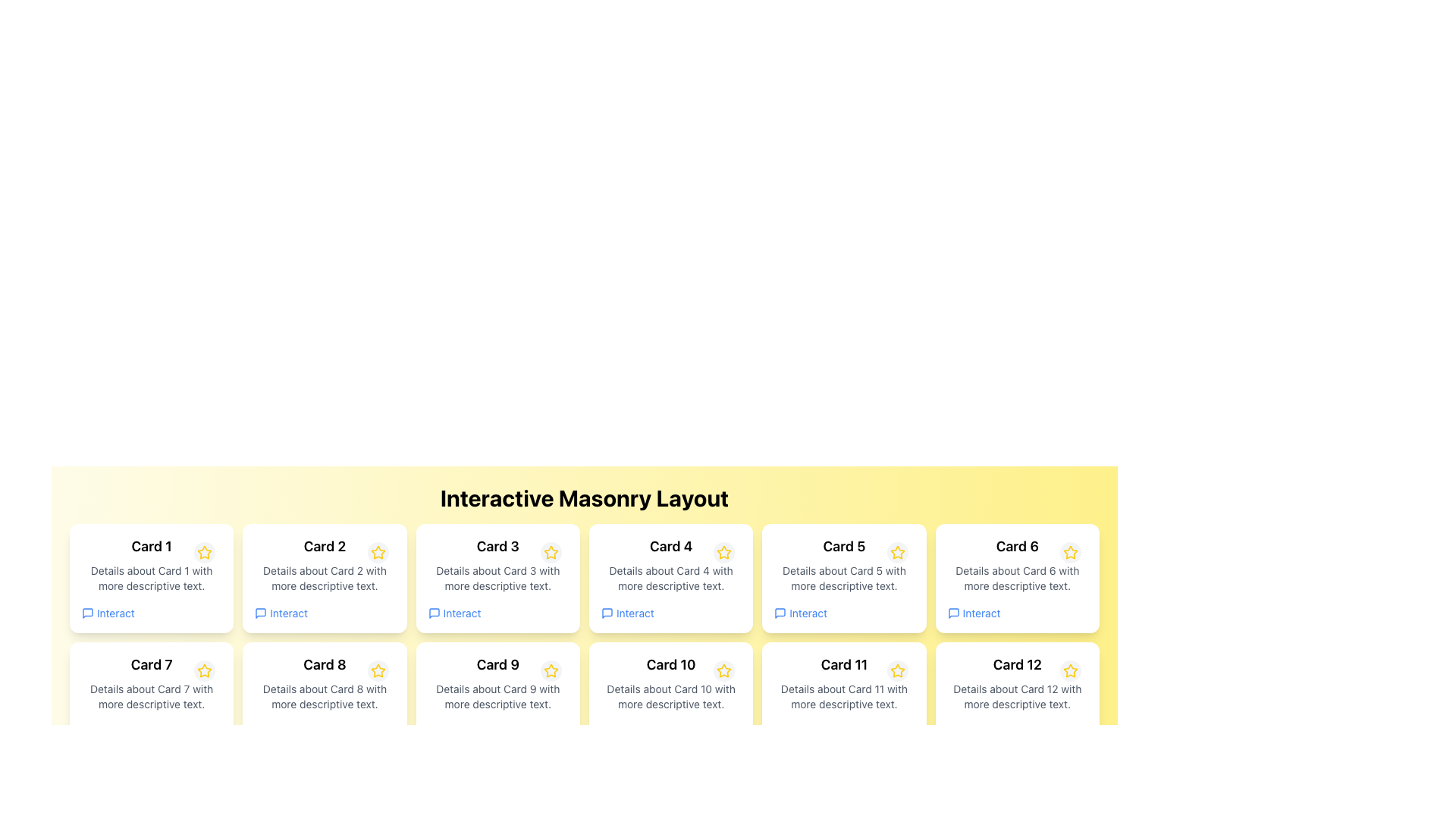 Image resolution: width=1456 pixels, height=819 pixels. I want to click on the favorite button located in the top-right corner of 'Card 7' to mark the card as favorite, so click(204, 670).